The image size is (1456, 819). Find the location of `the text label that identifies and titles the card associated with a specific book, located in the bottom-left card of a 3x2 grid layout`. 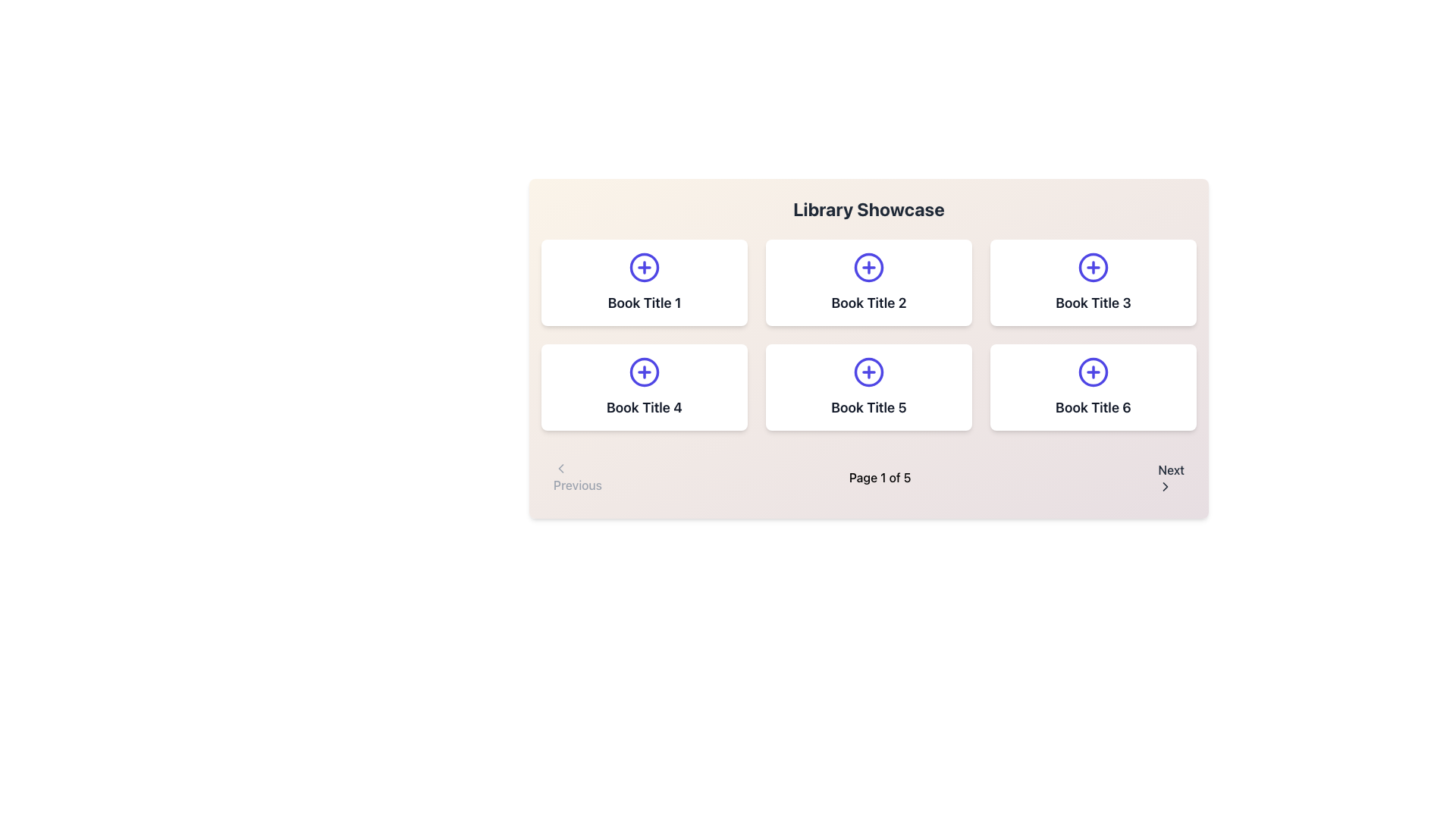

the text label that identifies and titles the card associated with a specific book, located in the bottom-left card of a 3x2 grid layout is located at coordinates (644, 406).